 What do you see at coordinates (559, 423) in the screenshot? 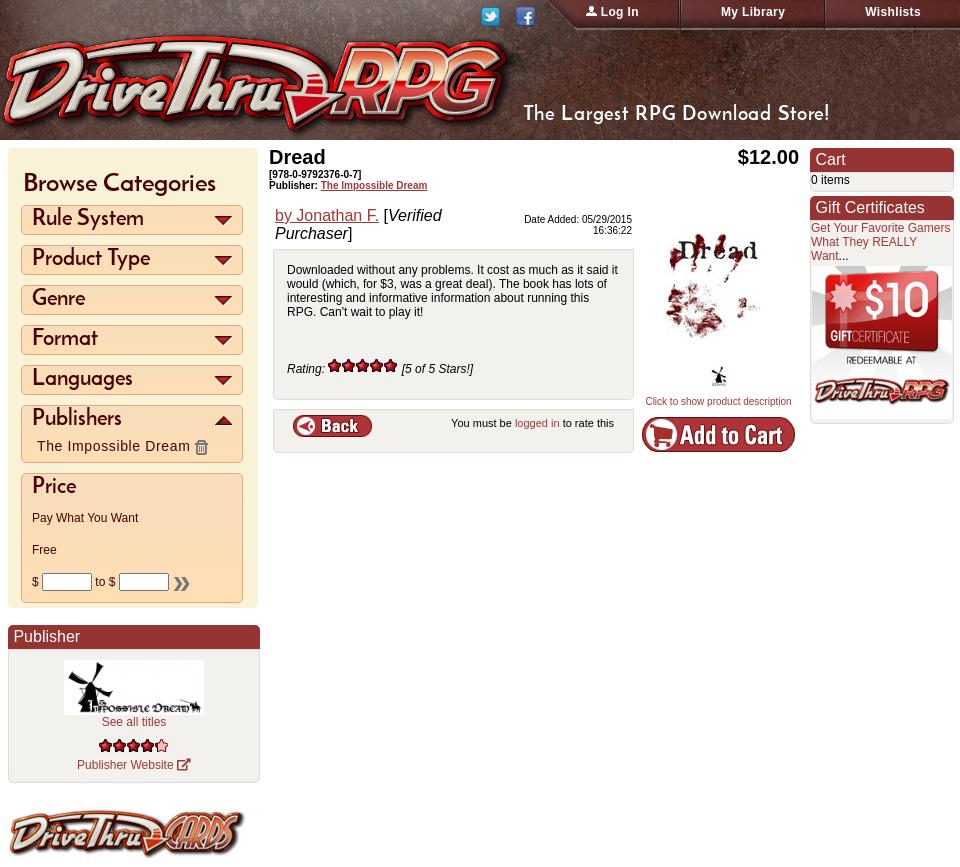
I see `'to rate this'` at bounding box center [559, 423].